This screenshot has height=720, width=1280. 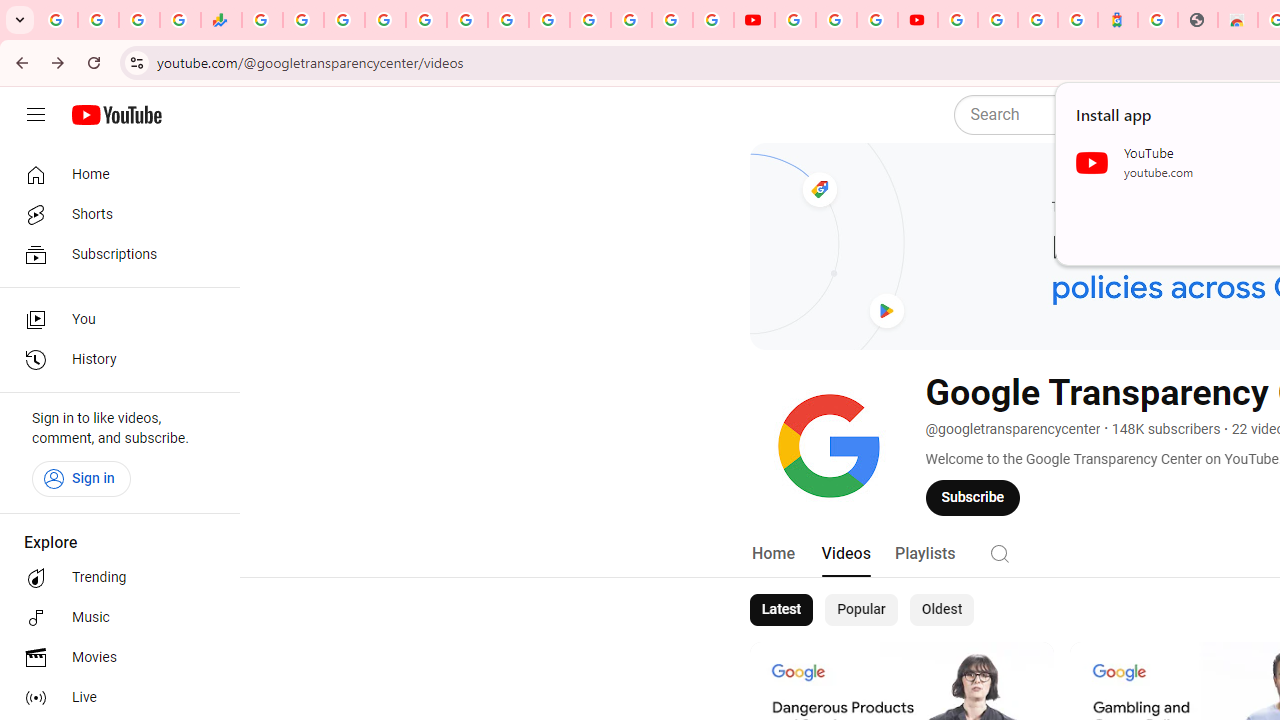 I want to click on 'Content Creator Programs & Opportunities - YouTube Creators', so click(x=917, y=20).